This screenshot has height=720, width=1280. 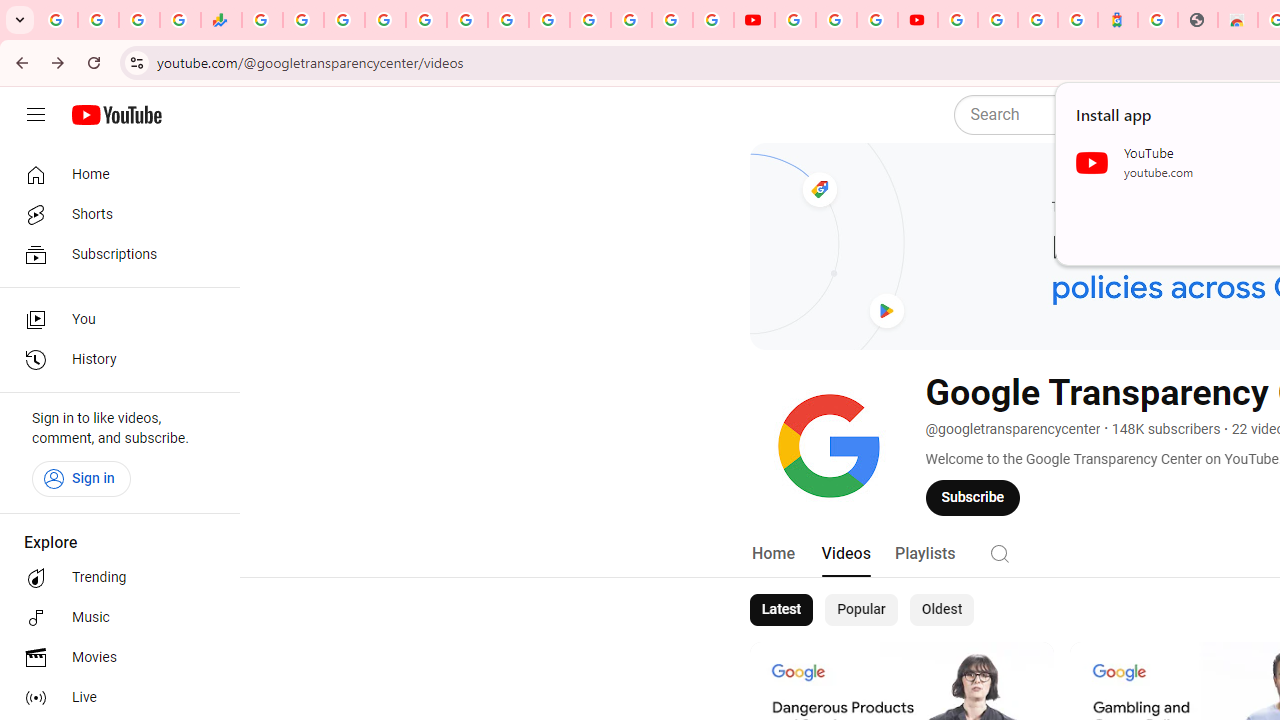 I want to click on 'Content Creator Programs & Opportunities - YouTube Creators', so click(x=917, y=20).